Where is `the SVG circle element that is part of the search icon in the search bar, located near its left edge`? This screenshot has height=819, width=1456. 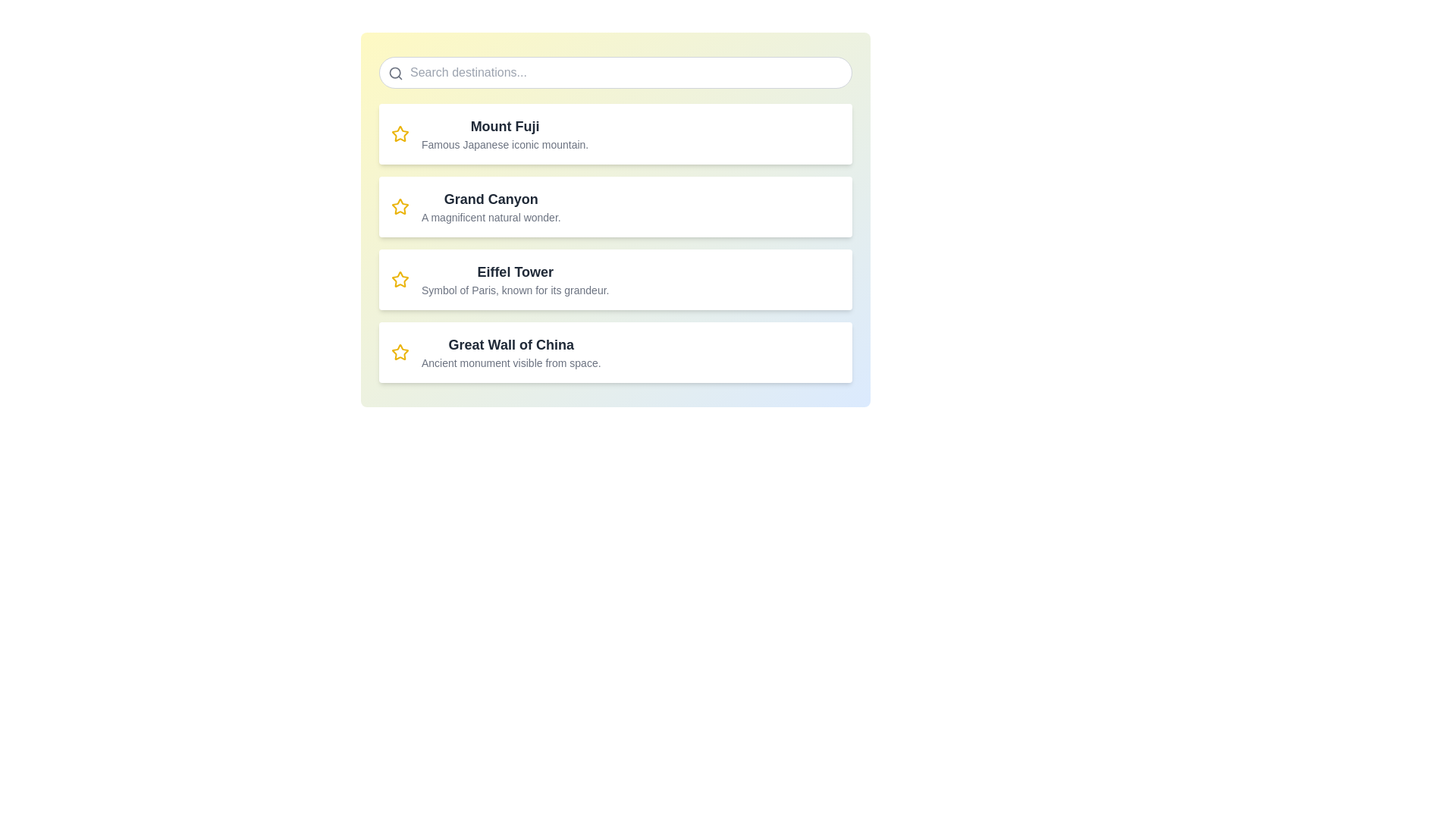 the SVG circle element that is part of the search icon in the search bar, located near its left edge is located at coordinates (395, 73).